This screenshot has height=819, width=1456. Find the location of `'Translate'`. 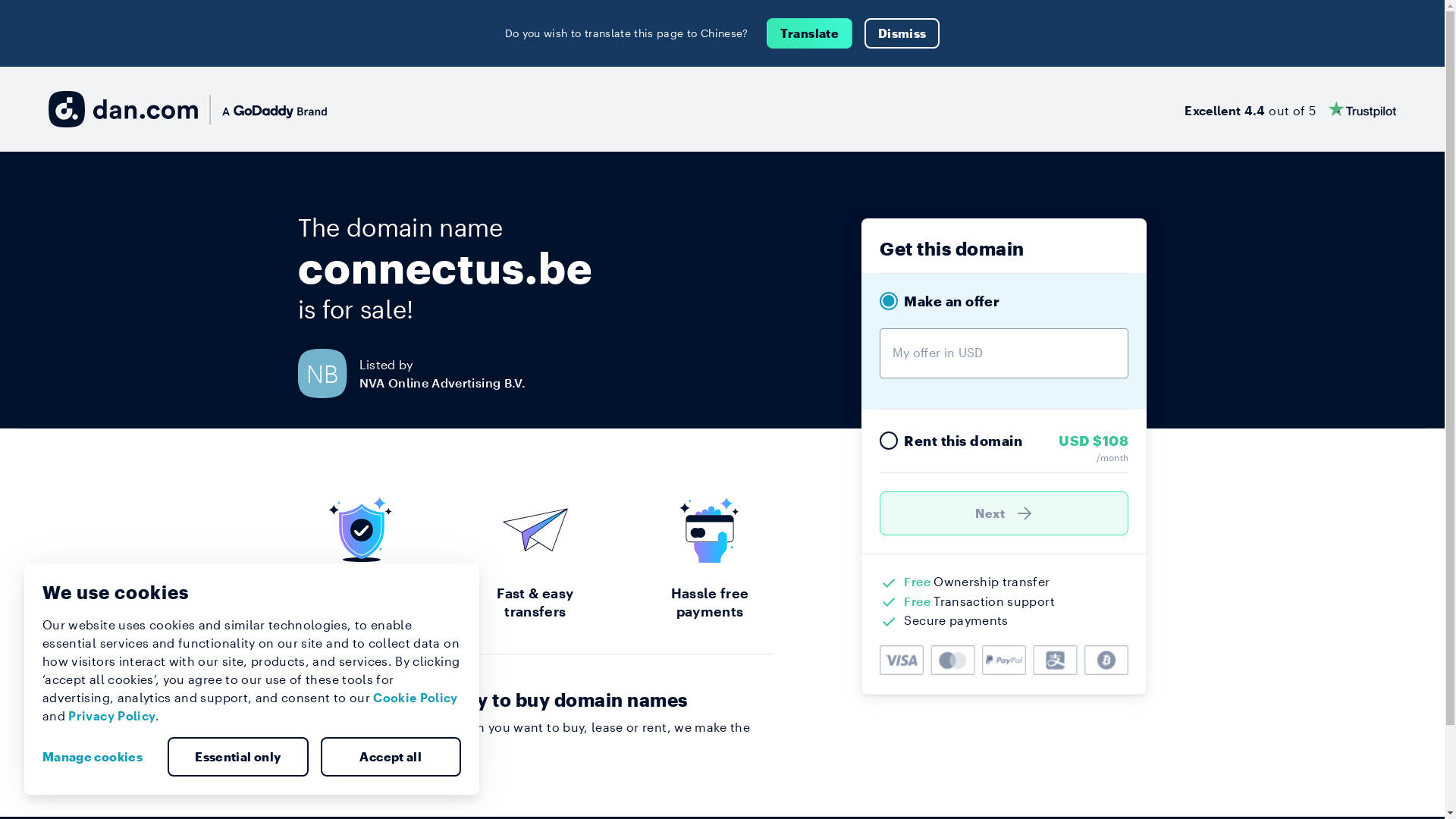

'Translate' is located at coordinates (808, 33).